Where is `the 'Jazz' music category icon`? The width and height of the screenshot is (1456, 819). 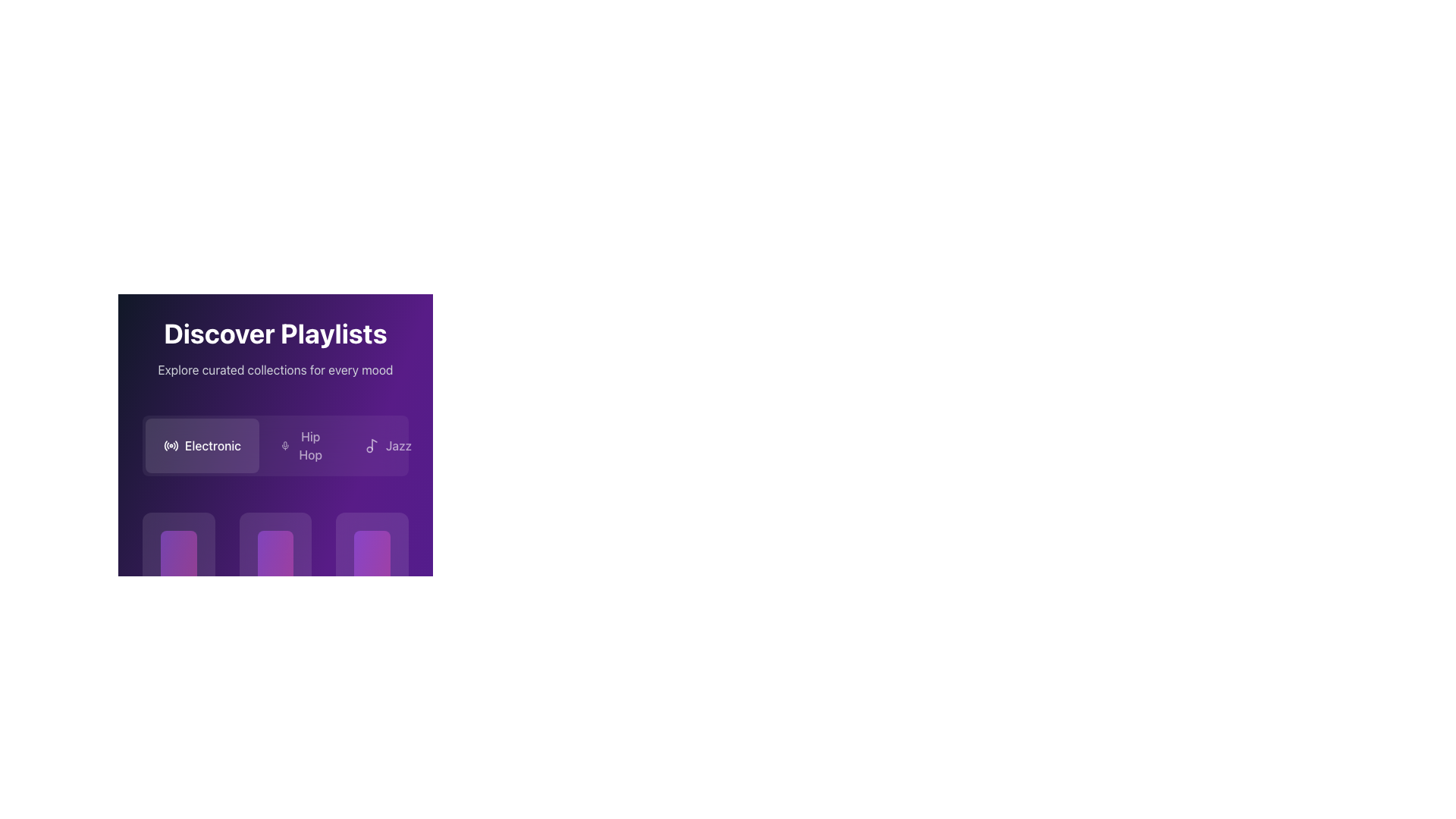
the 'Jazz' music category icon is located at coordinates (374, 444).